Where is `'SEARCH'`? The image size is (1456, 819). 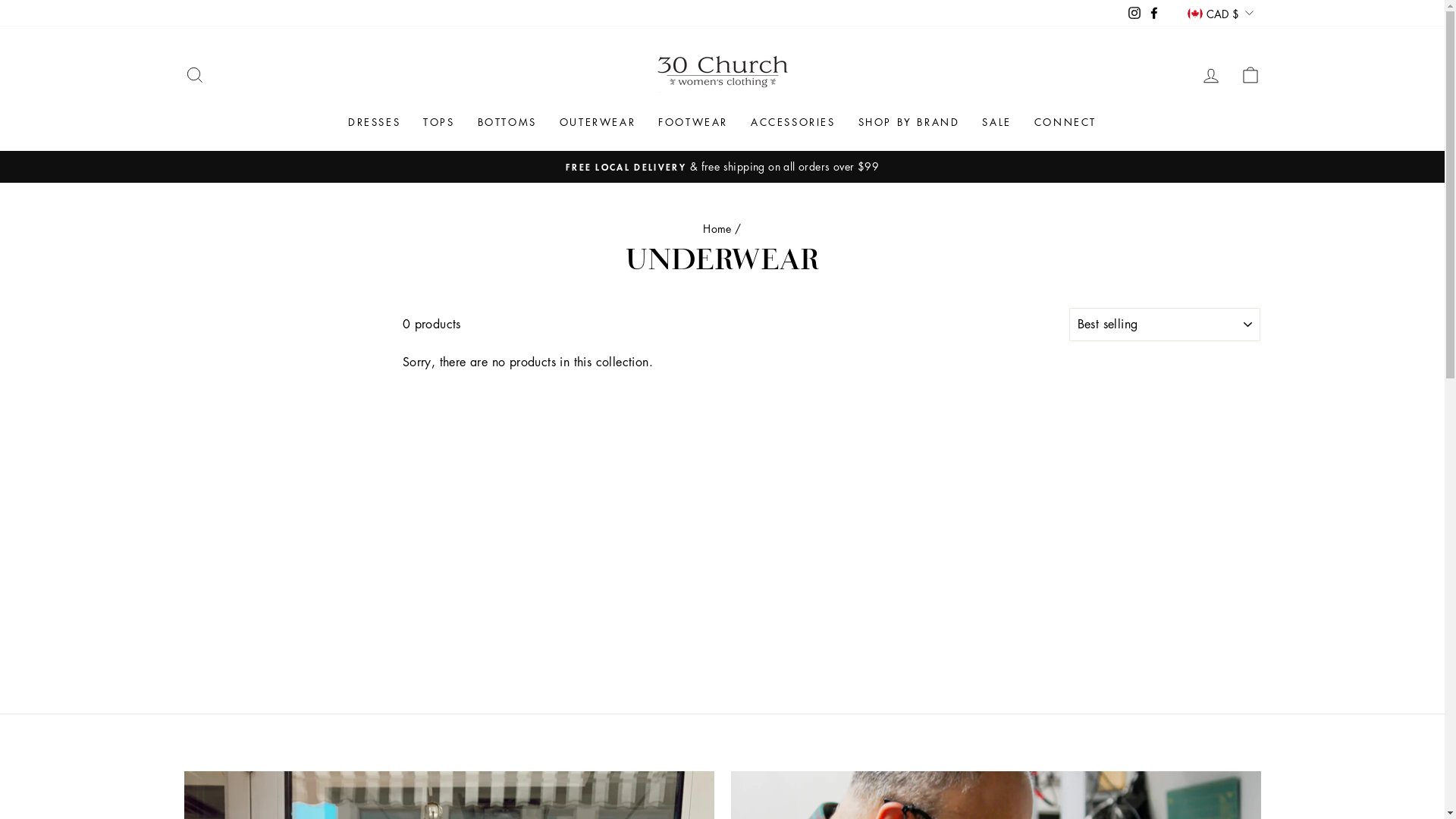
'SEARCH' is located at coordinates (174, 75).